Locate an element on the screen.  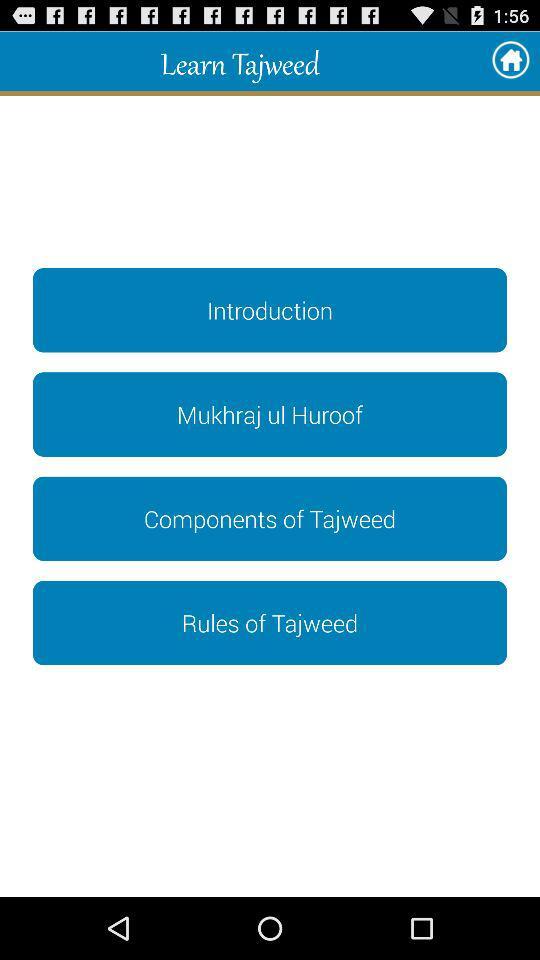
item next to learn tajweed icon is located at coordinates (510, 61).